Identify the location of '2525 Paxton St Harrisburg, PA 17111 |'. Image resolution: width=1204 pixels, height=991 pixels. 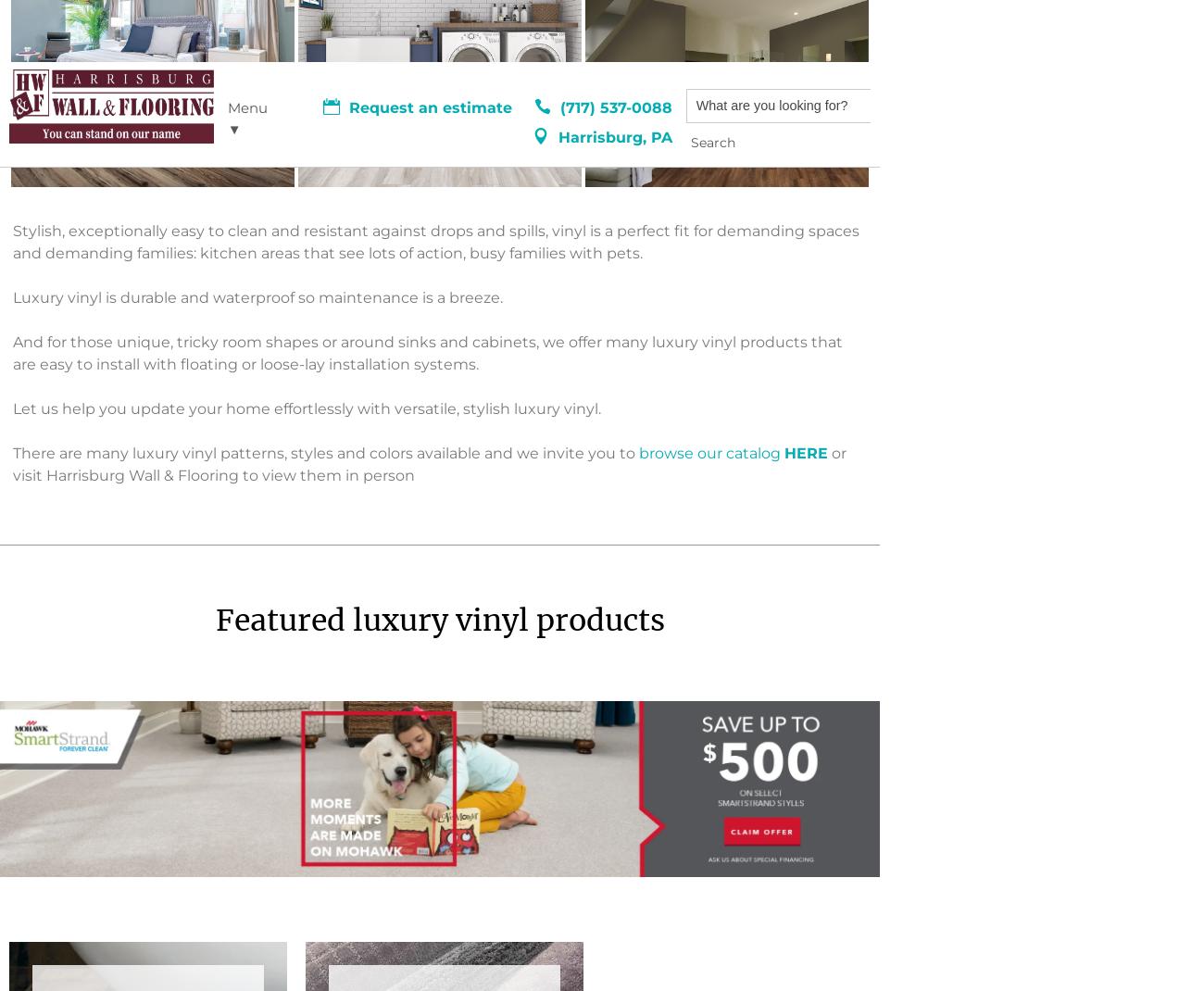
(144, 600).